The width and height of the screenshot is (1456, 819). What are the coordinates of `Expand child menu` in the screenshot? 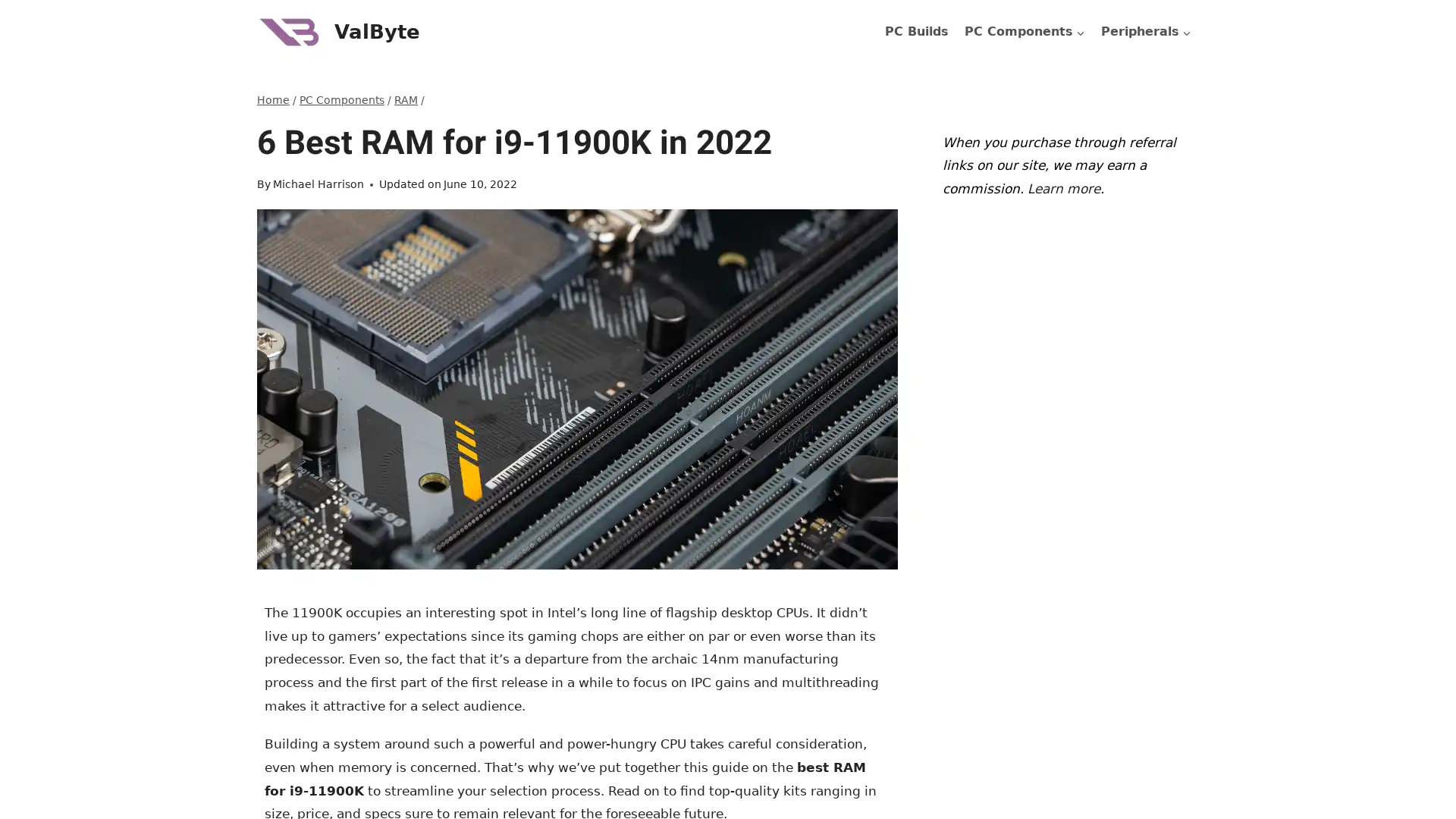 It's located at (1146, 32).